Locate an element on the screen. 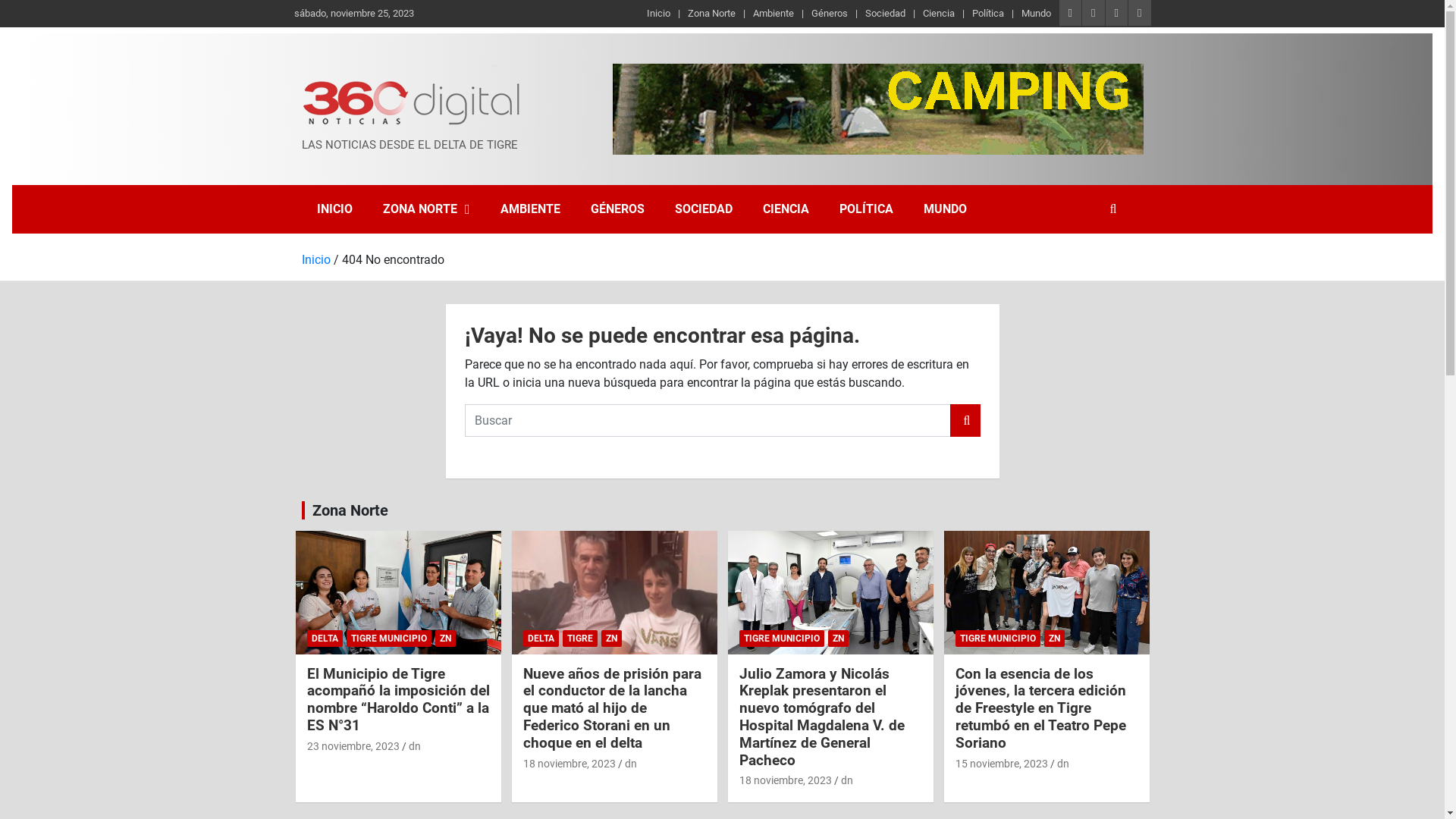 Image resolution: width=1456 pixels, height=819 pixels. '23 noviembre, 2023' is located at coordinates (352, 745).